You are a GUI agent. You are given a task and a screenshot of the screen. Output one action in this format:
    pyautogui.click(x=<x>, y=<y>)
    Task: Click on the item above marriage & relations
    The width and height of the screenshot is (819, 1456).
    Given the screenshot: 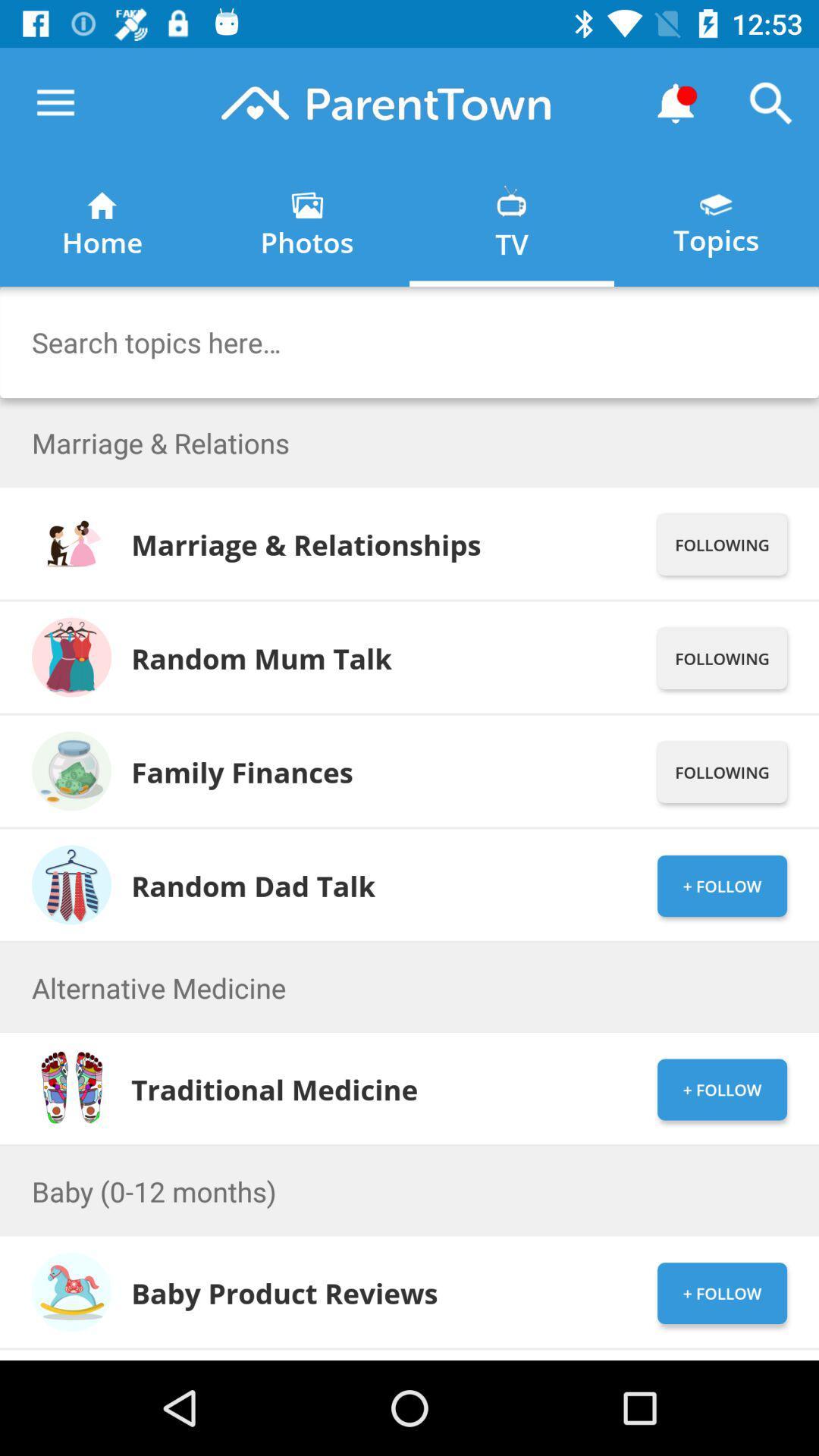 What is the action you would take?
    pyautogui.click(x=409, y=341)
    